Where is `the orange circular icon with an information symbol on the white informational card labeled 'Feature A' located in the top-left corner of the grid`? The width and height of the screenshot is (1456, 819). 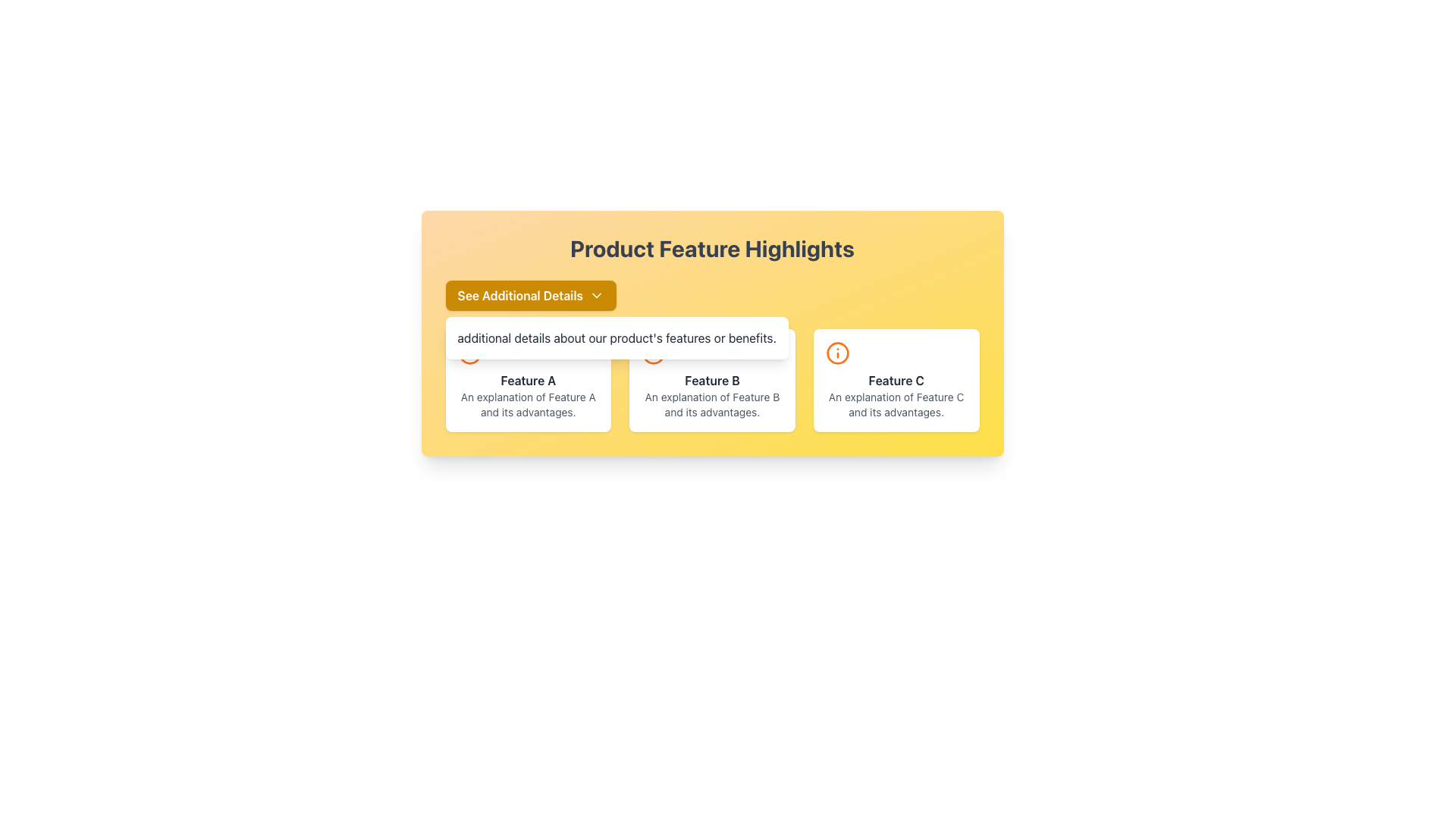 the orange circular icon with an information symbol on the white informational card labeled 'Feature A' located in the top-left corner of the grid is located at coordinates (528, 379).